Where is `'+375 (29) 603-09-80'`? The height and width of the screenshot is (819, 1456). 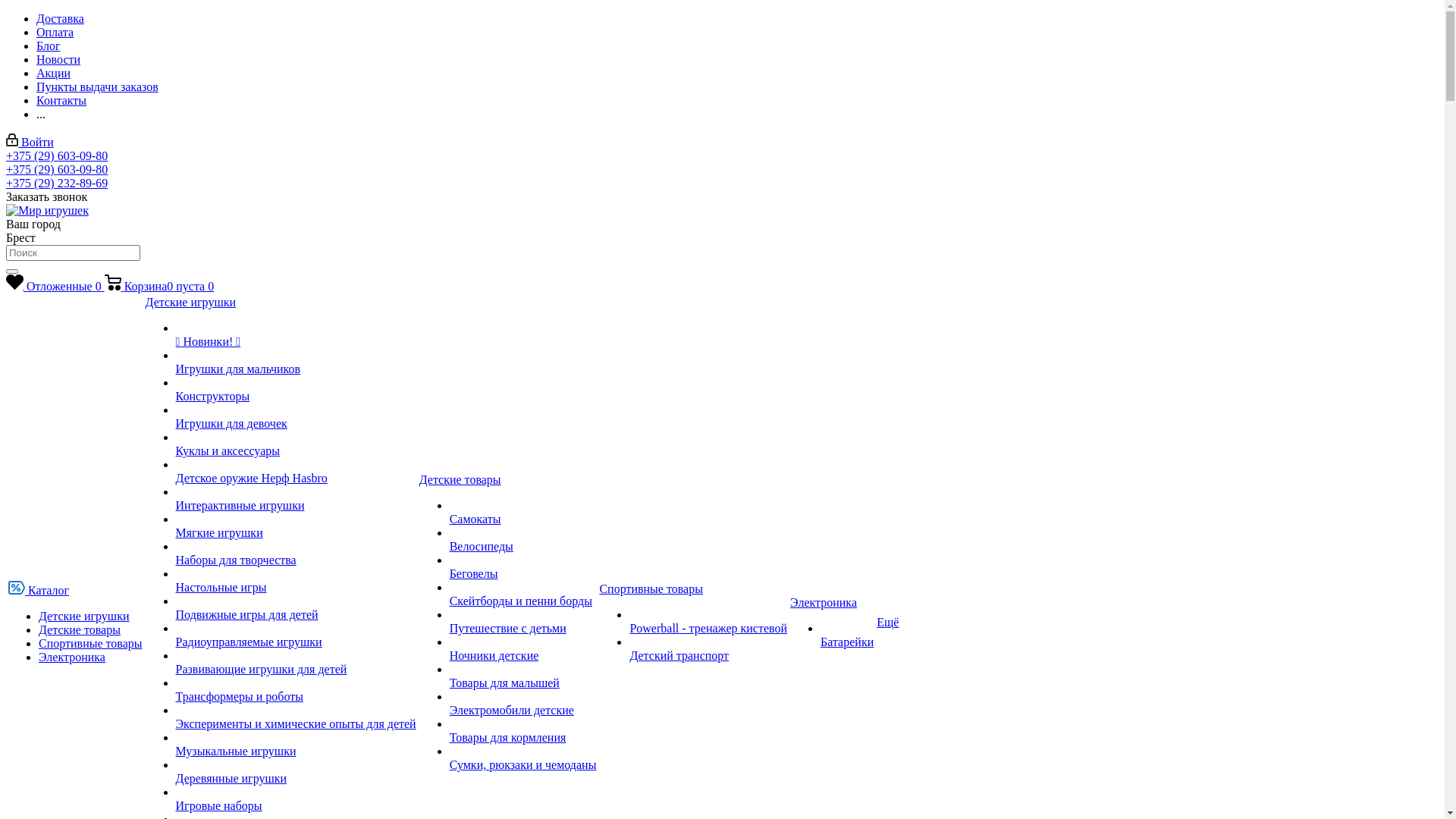 '+375 (29) 603-09-80' is located at coordinates (57, 169).